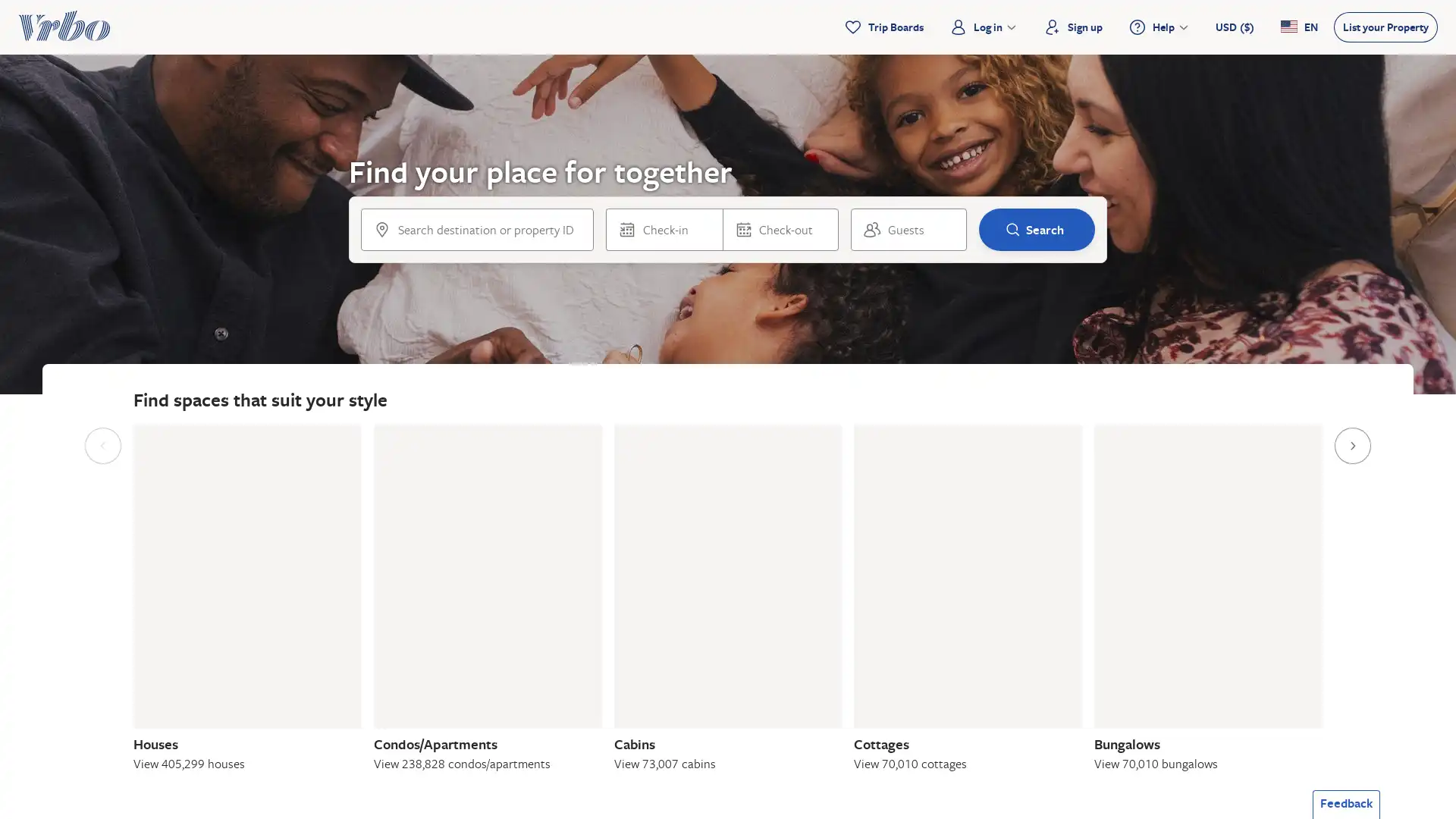 Image resolution: width=1456 pixels, height=819 pixels. What do you see at coordinates (101, 580) in the screenshot?
I see `Previous` at bounding box center [101, 580].